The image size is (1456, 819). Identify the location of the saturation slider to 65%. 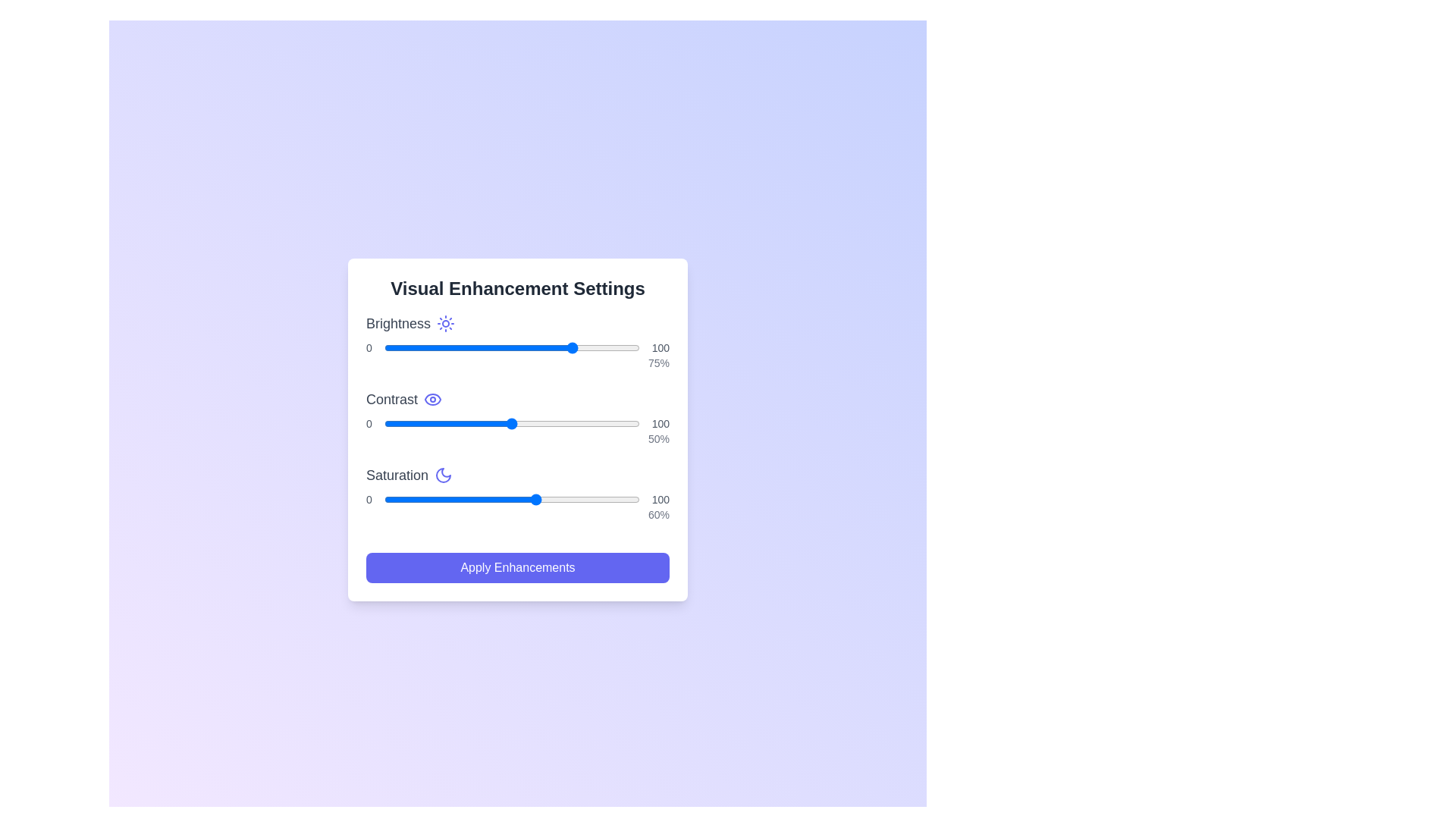
(549, 500).